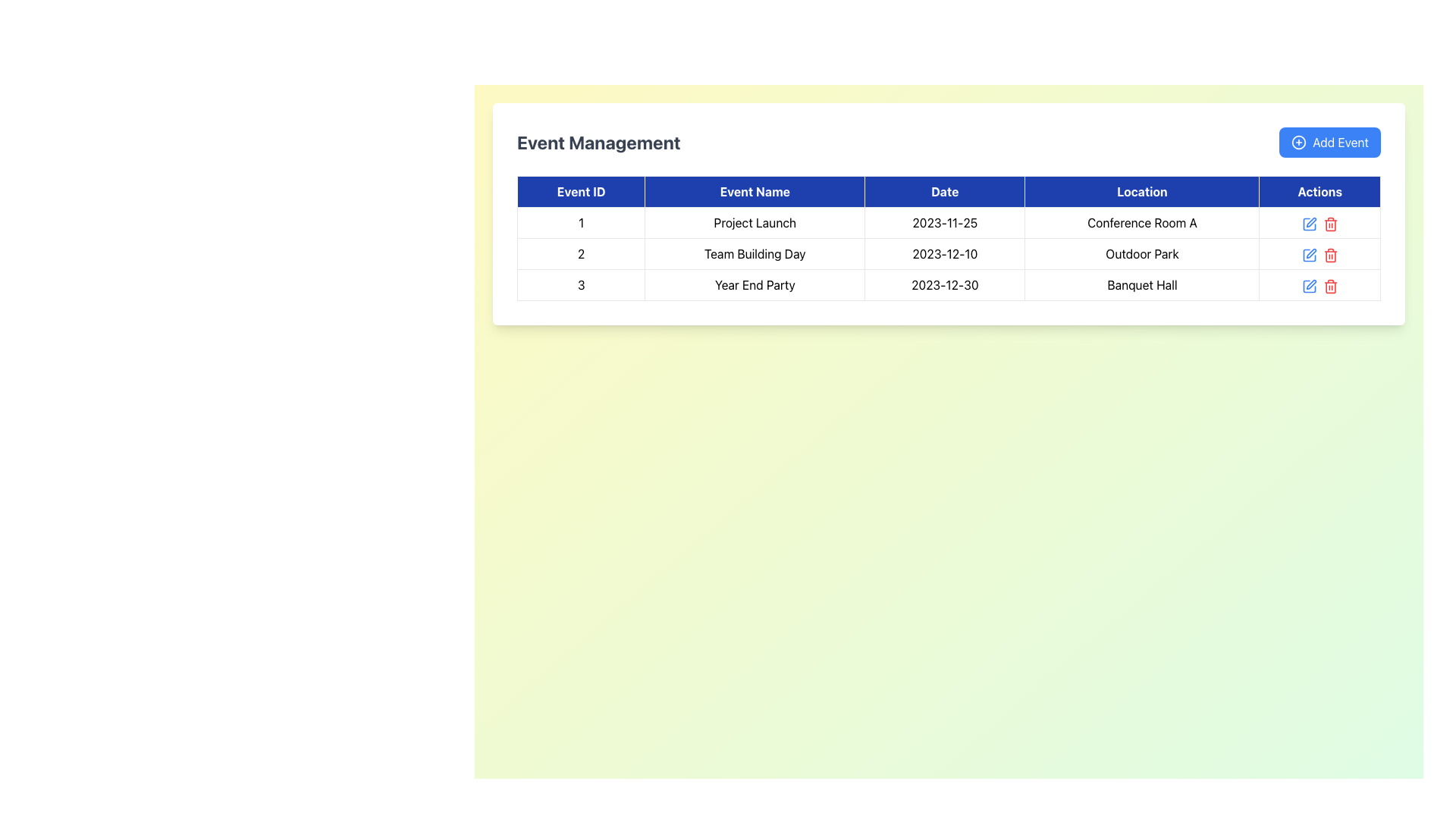  I want to click on the text label displaying 'Project Launch' in the 'Event Name' column of the table, so click(755, 222).